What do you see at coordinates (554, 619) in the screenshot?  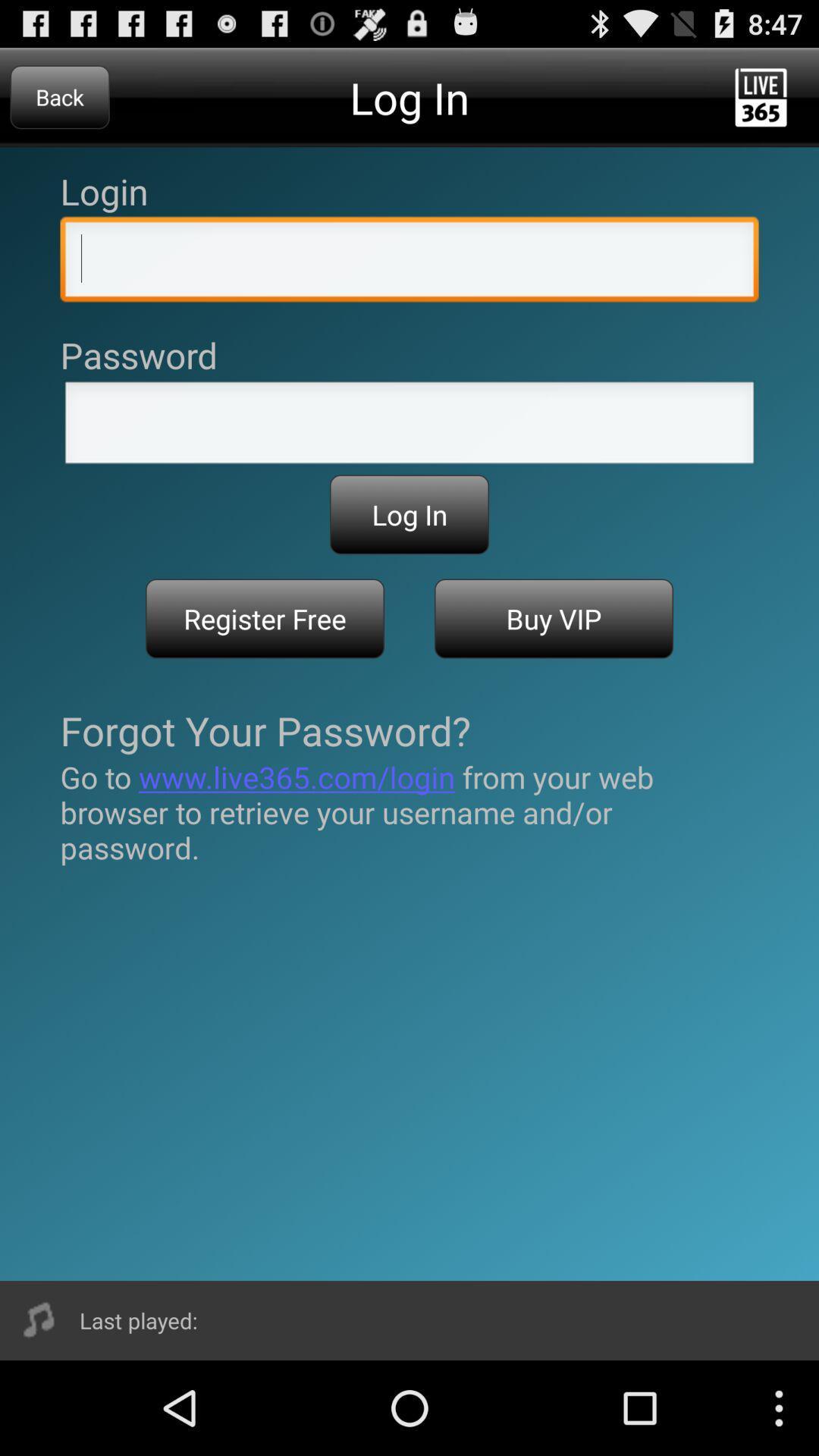 I see `icon on the right` at bounding box center [554, 619].